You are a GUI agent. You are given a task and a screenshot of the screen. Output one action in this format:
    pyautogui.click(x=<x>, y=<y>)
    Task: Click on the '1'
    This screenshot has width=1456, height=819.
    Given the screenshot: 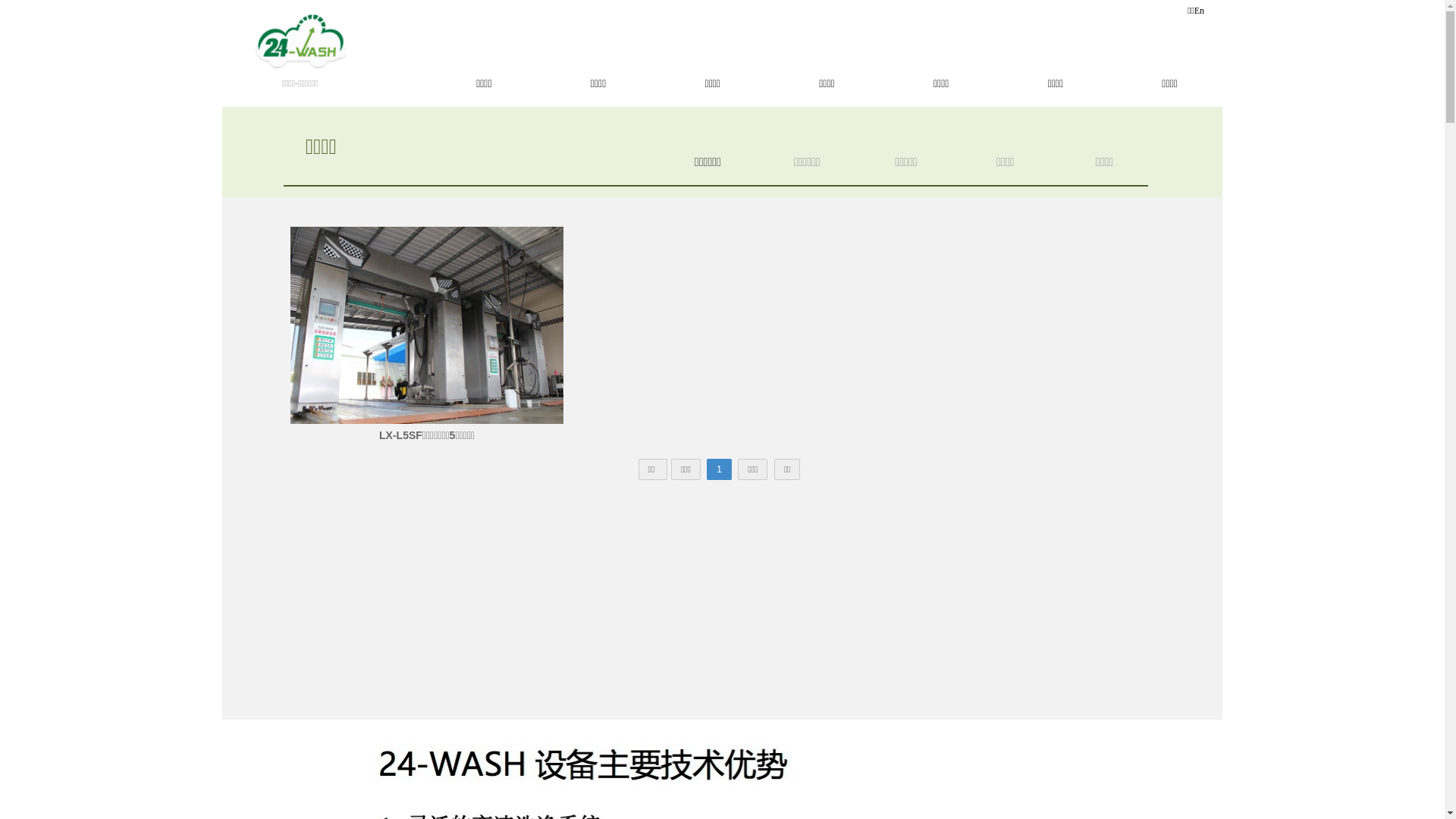 What is the action you would take?
    pyautogui.click(x=705, y=468)
    